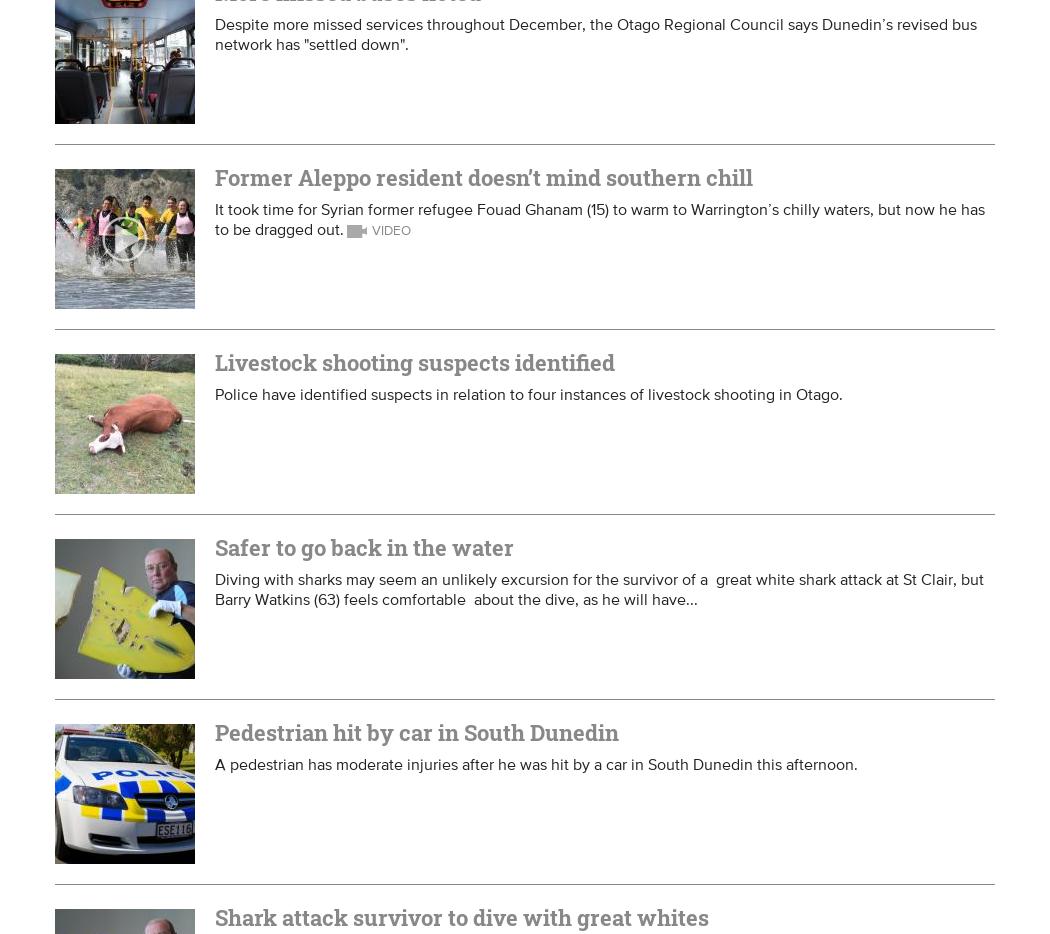  I want to click on 'Shark attack survivor to dive with great whites', so click(462, 917).